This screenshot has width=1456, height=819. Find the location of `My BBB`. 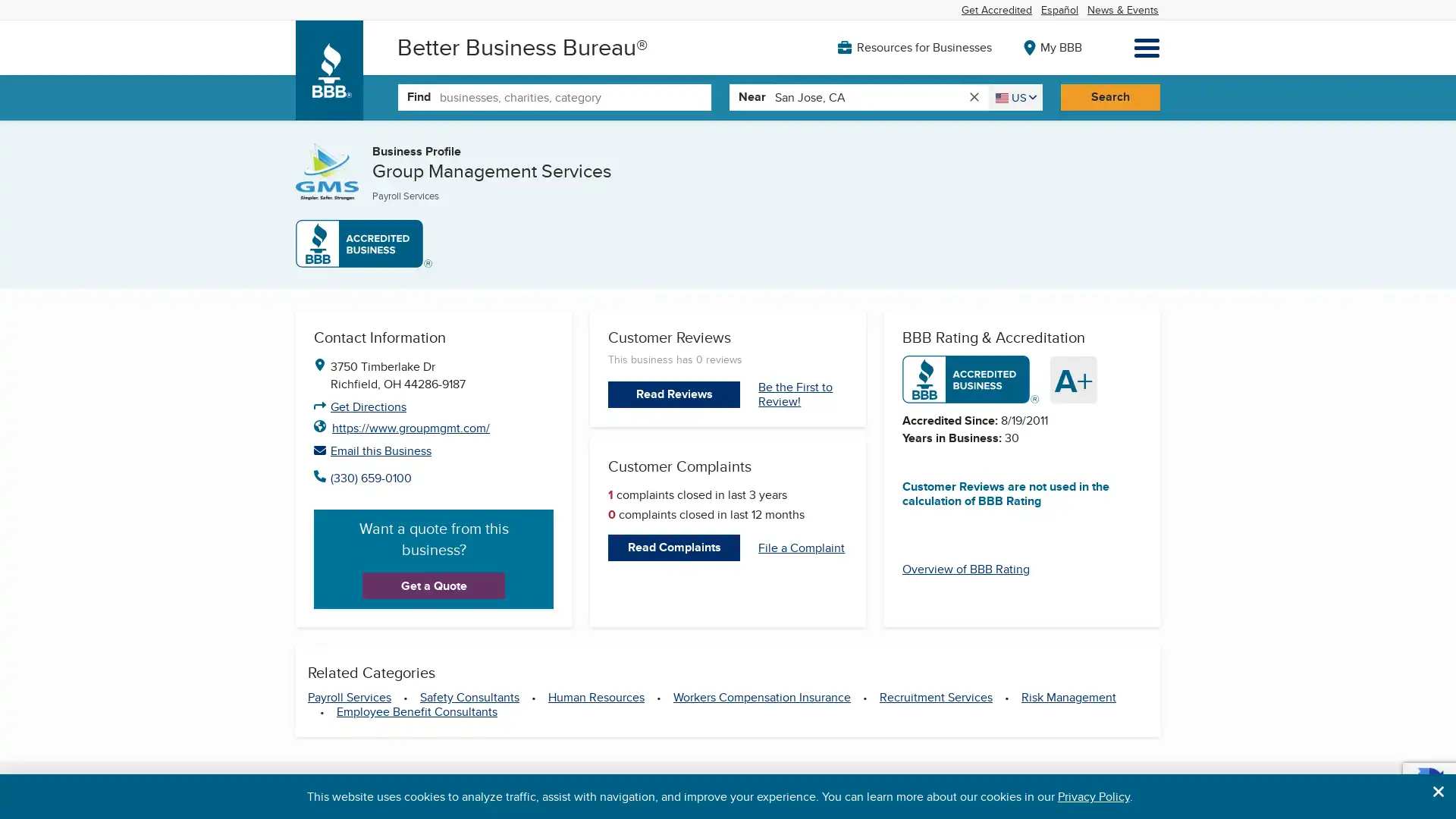

My BBB is located at coordinates (1051, 45).